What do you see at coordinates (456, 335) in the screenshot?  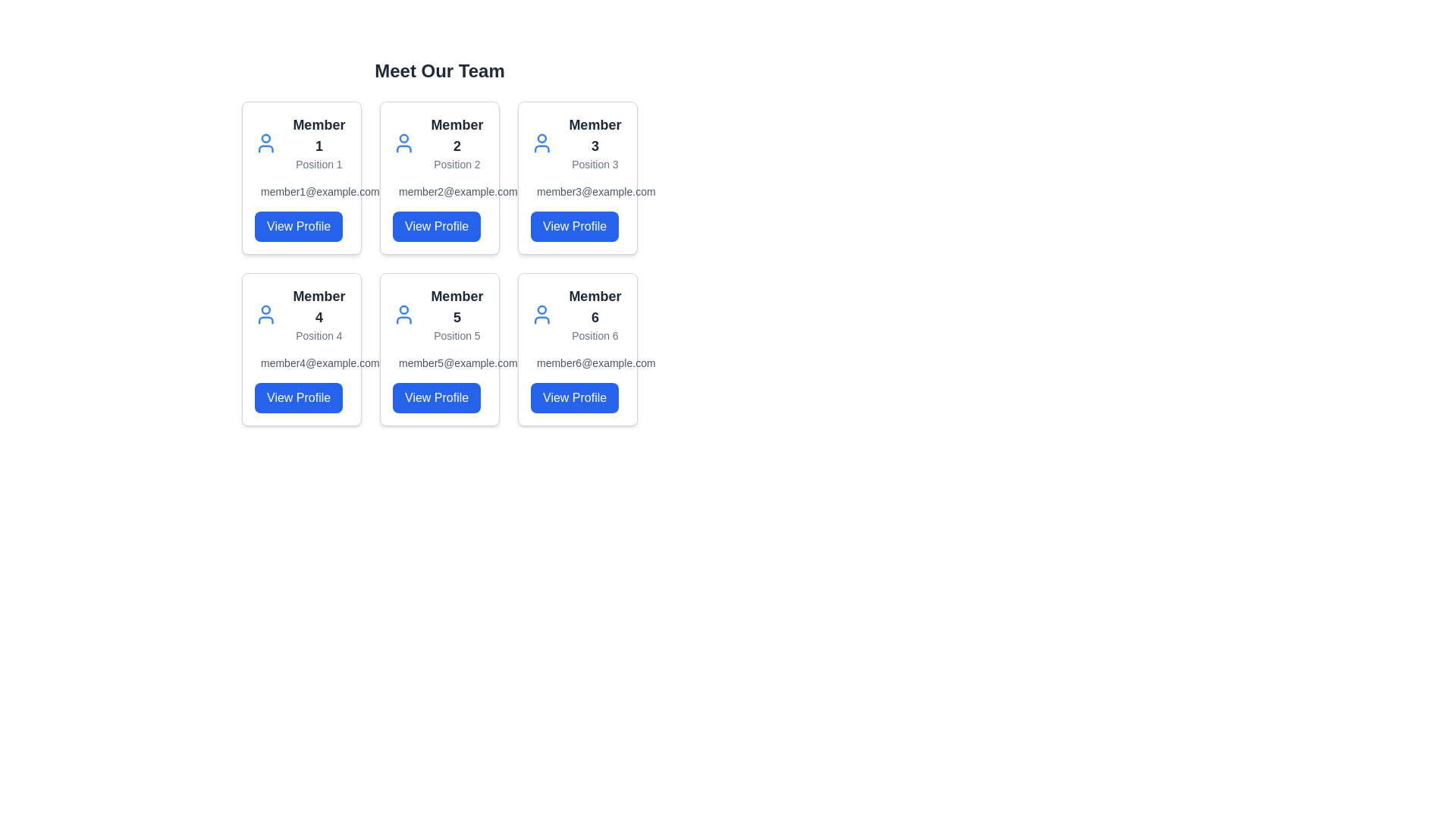 I see `the small gray text label that reads 'Position 5', located below the bolder label 'Member 5' in the second row, middle column of the grid layout` at bounding box center [456, 335].